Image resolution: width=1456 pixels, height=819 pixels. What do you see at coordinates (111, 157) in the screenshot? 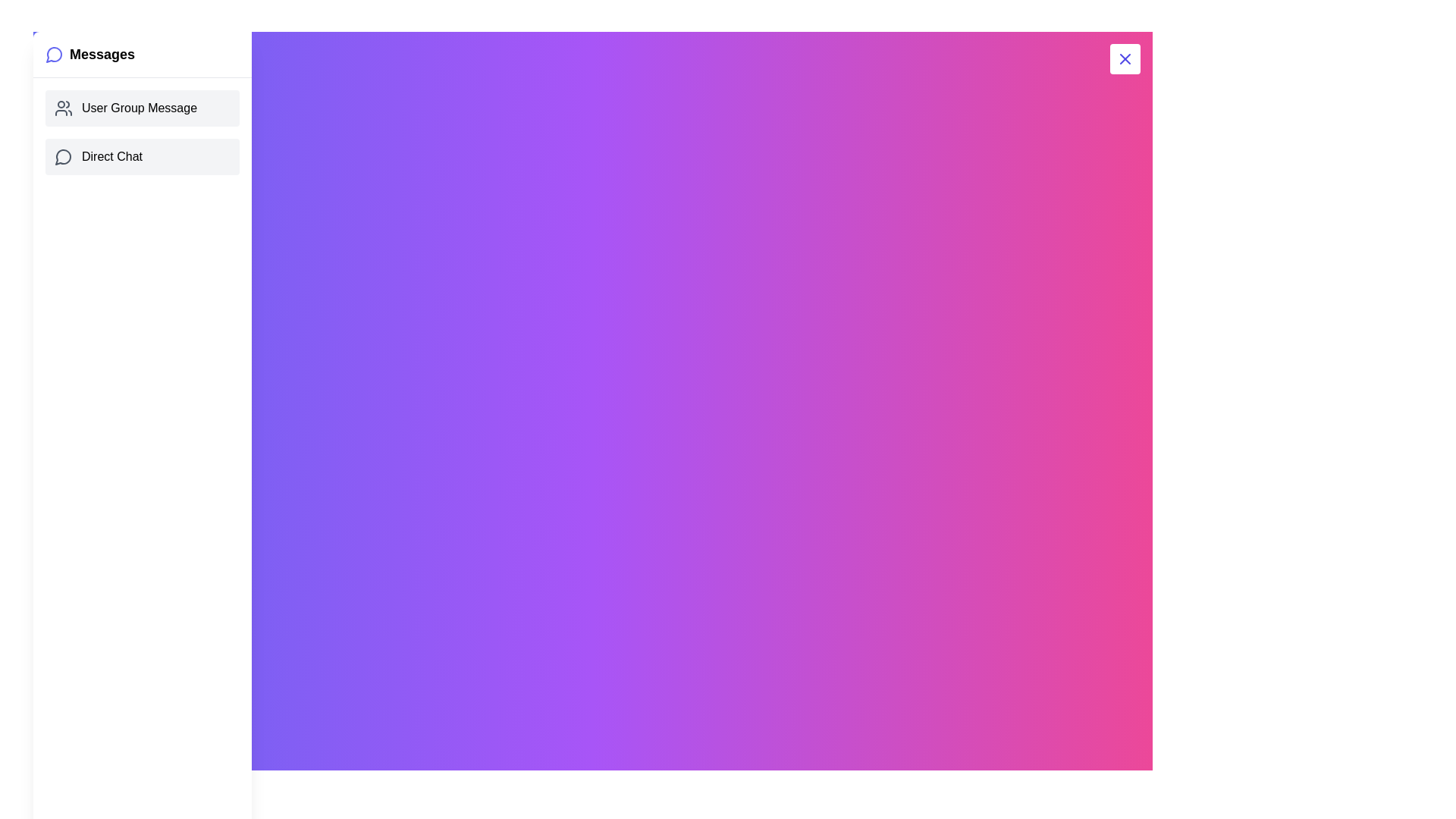
I see `on the 'Direct Chat' text label, which is styled in a sans-serif font and located within a light gray rectangular background in the sidebar` at bounding box center [111, 157].